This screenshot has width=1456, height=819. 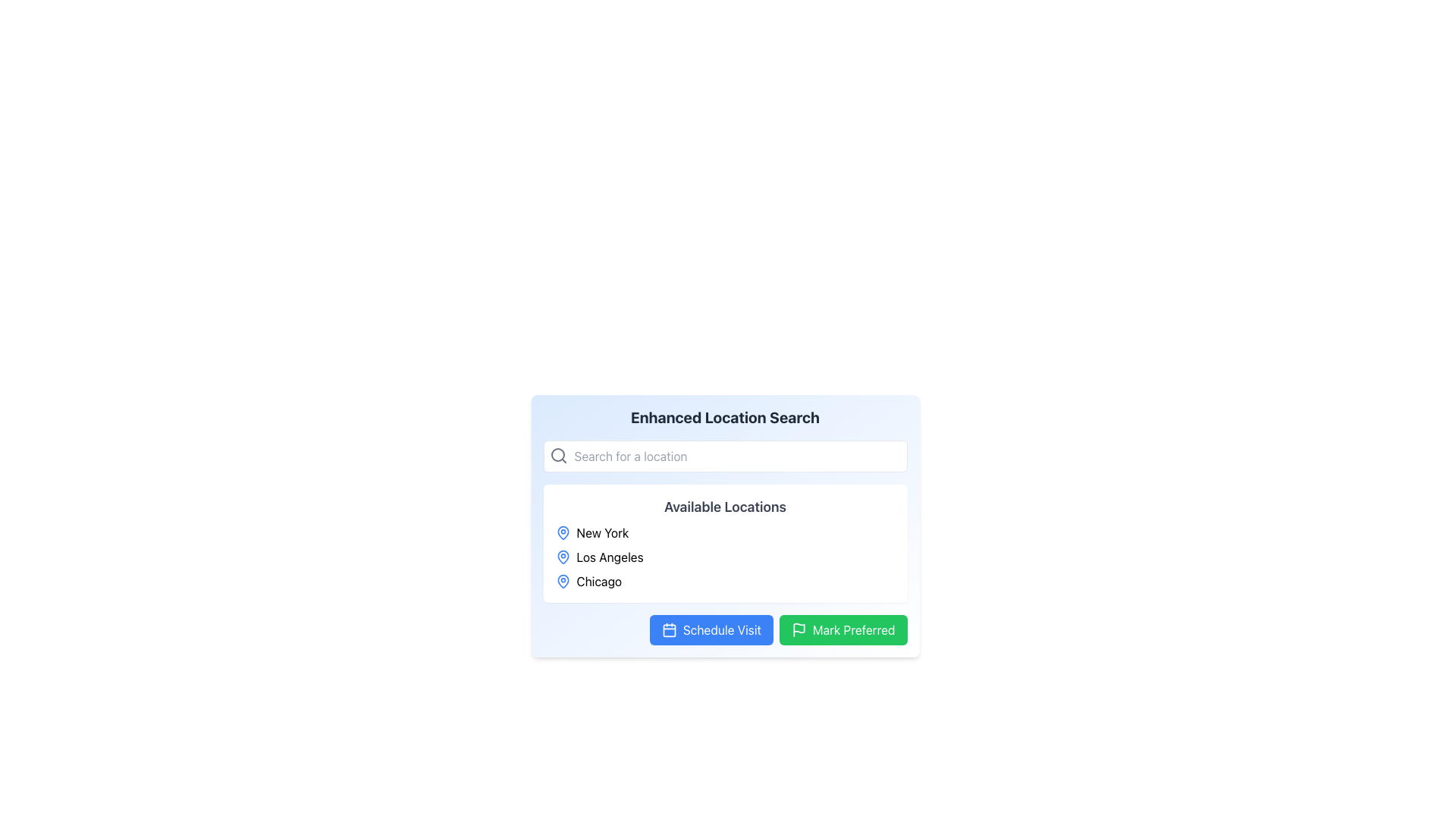 I want to click on the Text Label that serves as a heading for the list of locations displayed beneath it, which is contained within a white background panel with rounded edges, so click(x=724, y=507).